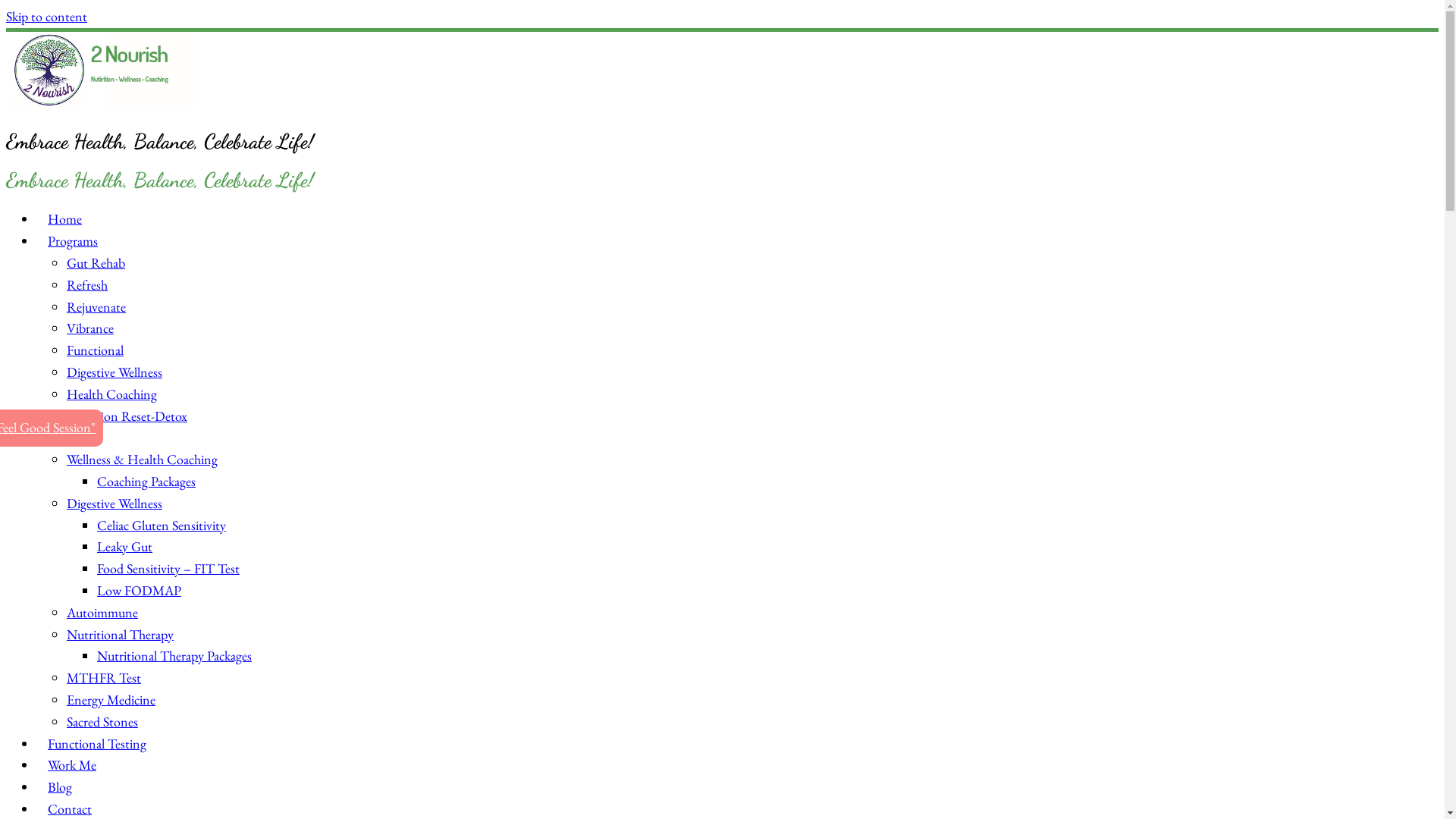 Image resolution: width=1456 pixels, height=819 pixels. What do you see at coordinates (113, 372) in the screenshot?
I see `'Digestive Wellness'` at bounding box center [113, 372].